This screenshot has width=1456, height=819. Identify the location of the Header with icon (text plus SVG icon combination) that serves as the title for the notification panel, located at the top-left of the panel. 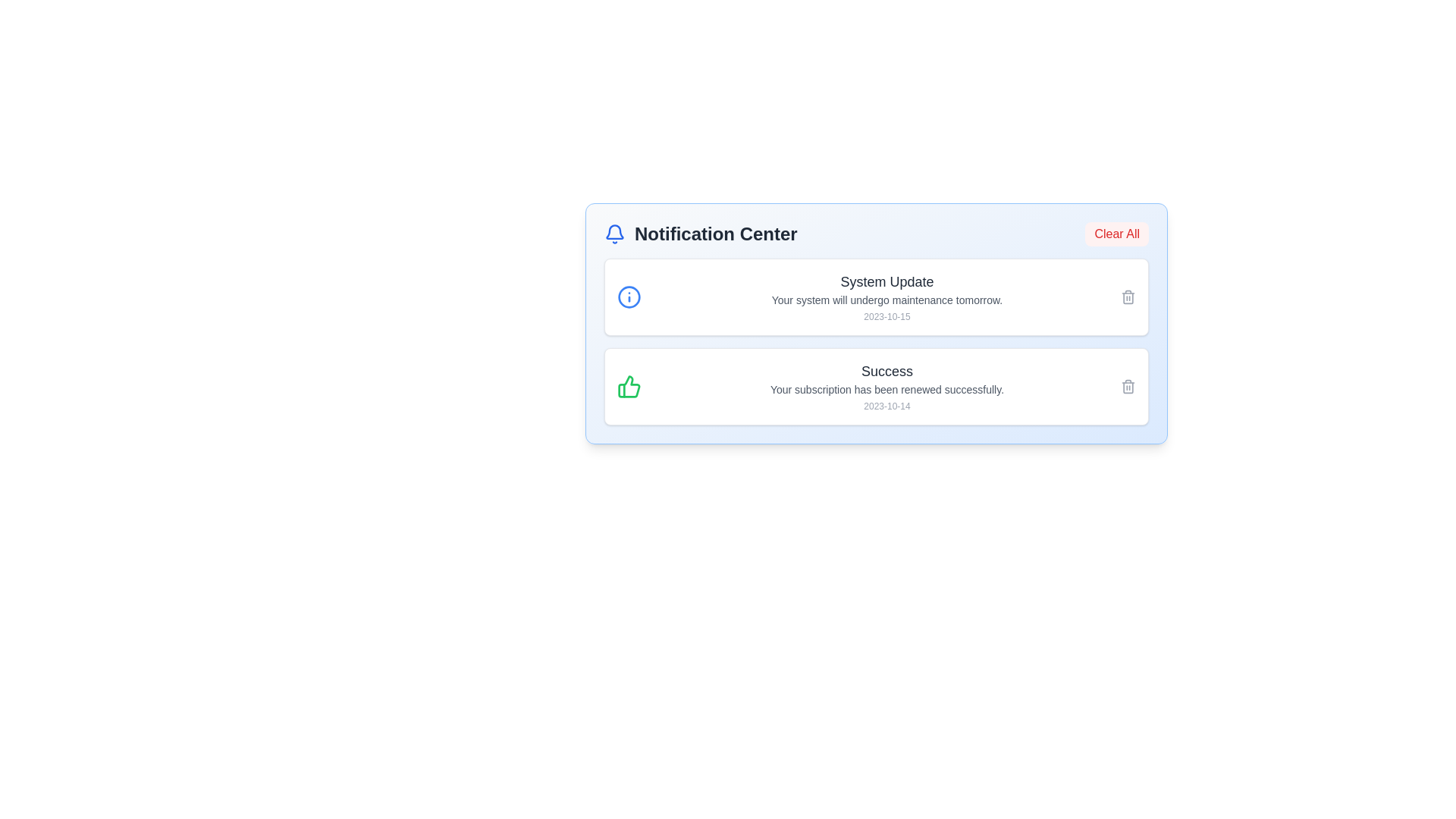
(700, 234).